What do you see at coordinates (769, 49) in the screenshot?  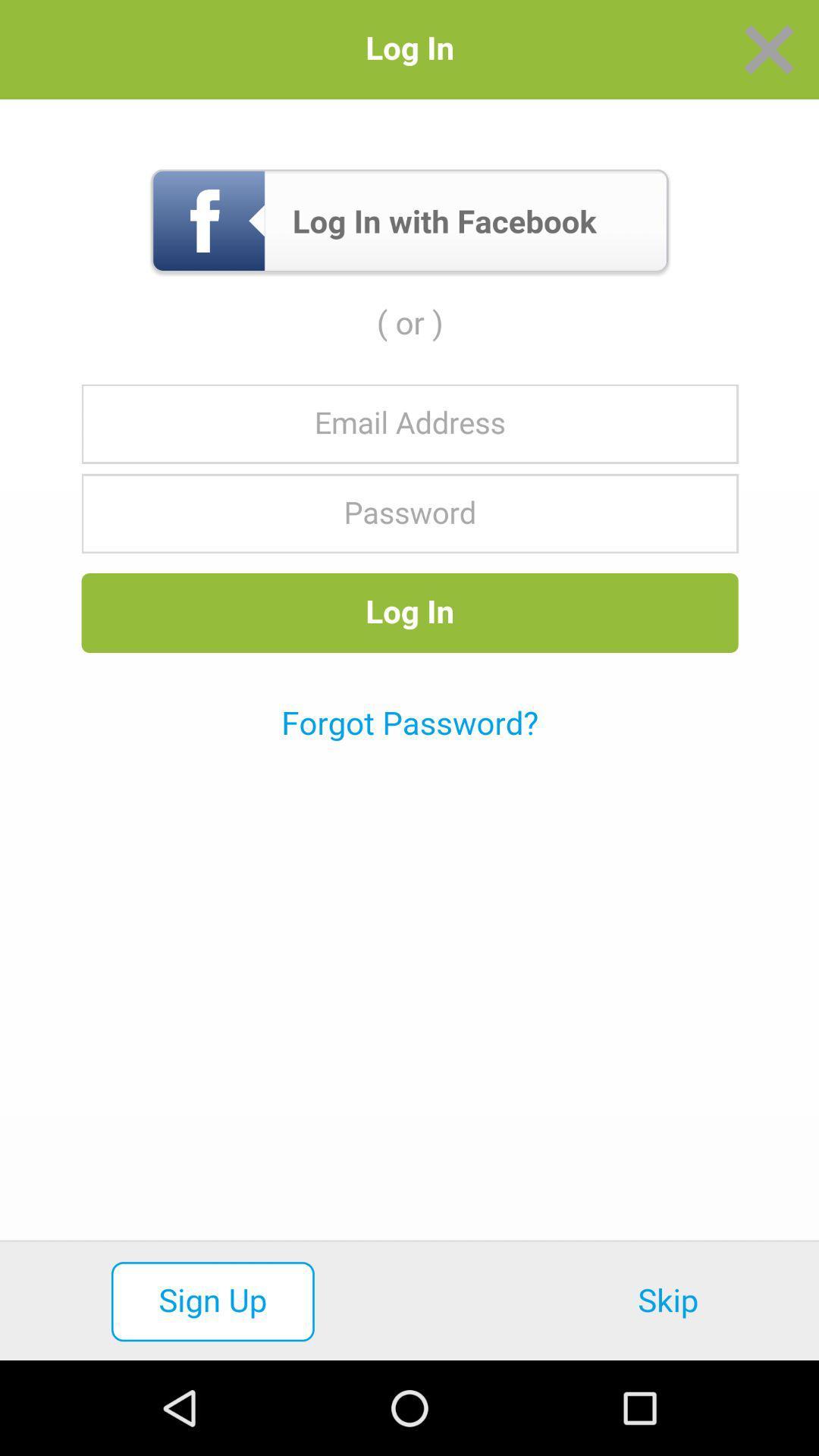 I see `tab` at bounding box center [769, 49].